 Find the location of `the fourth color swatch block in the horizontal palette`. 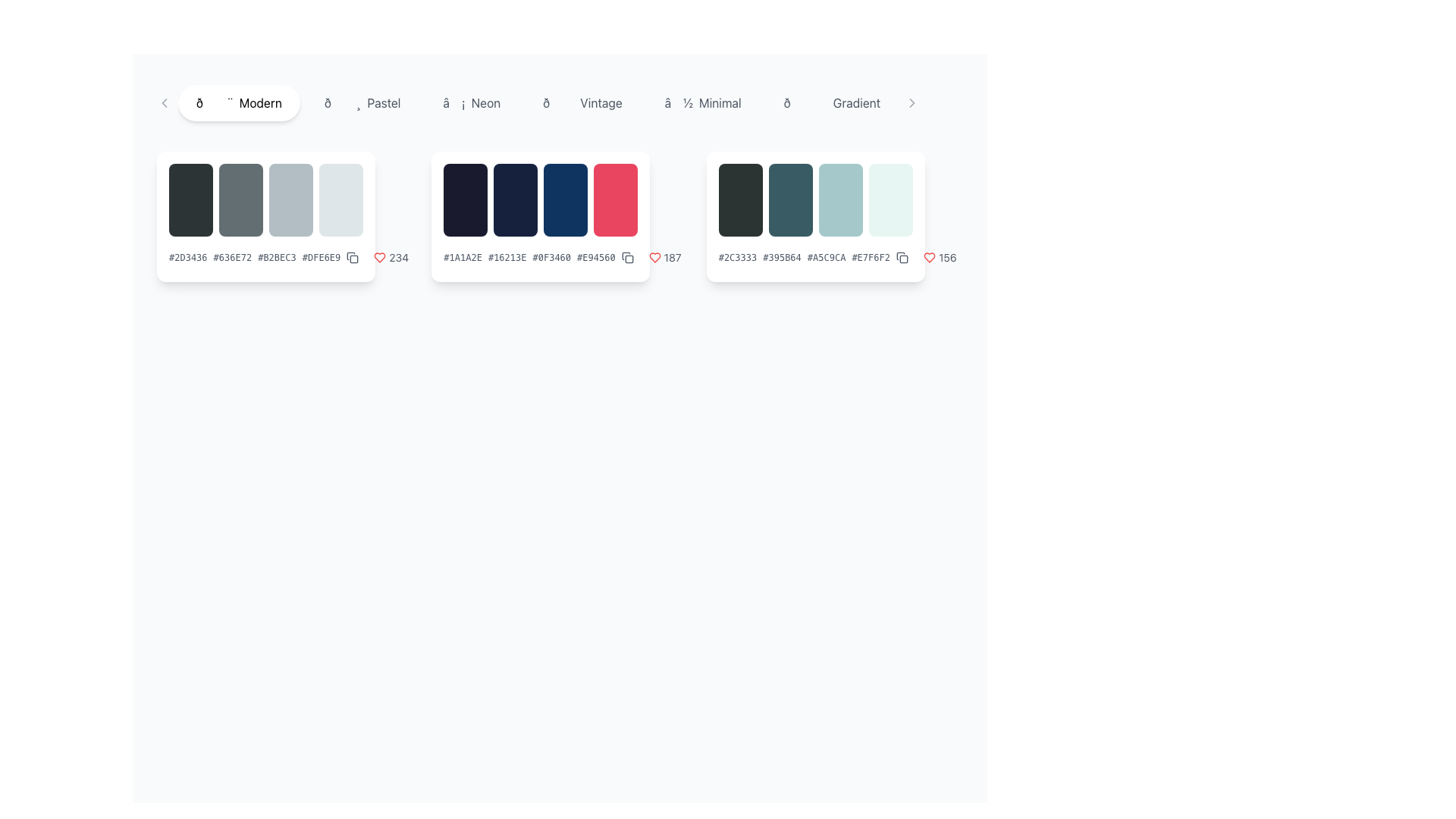

the fourth color swatch block in the horizontal palette is located at coordinates (890, 199).